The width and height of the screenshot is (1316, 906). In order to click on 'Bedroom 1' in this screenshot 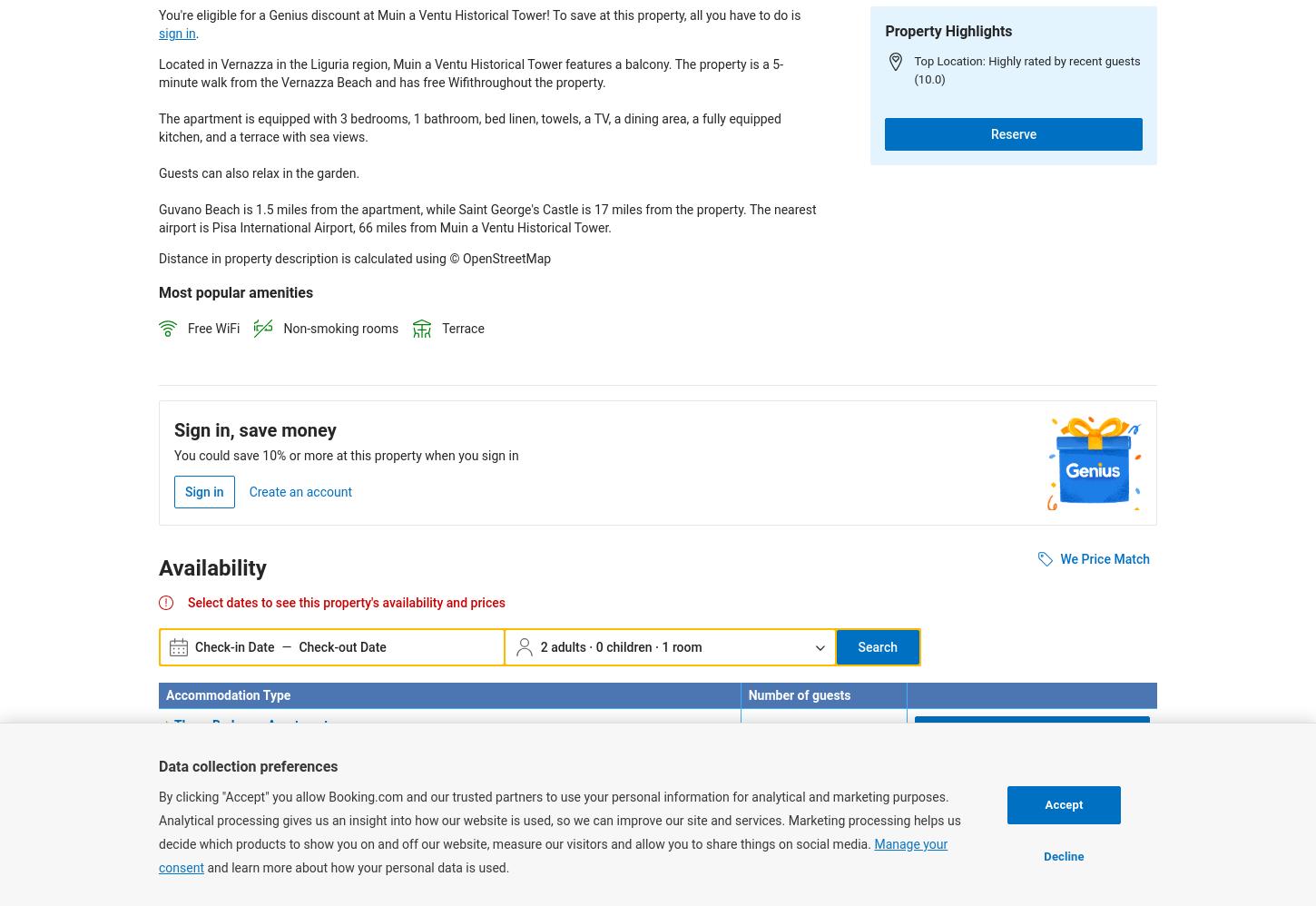, I will do `click(191, 744)`.